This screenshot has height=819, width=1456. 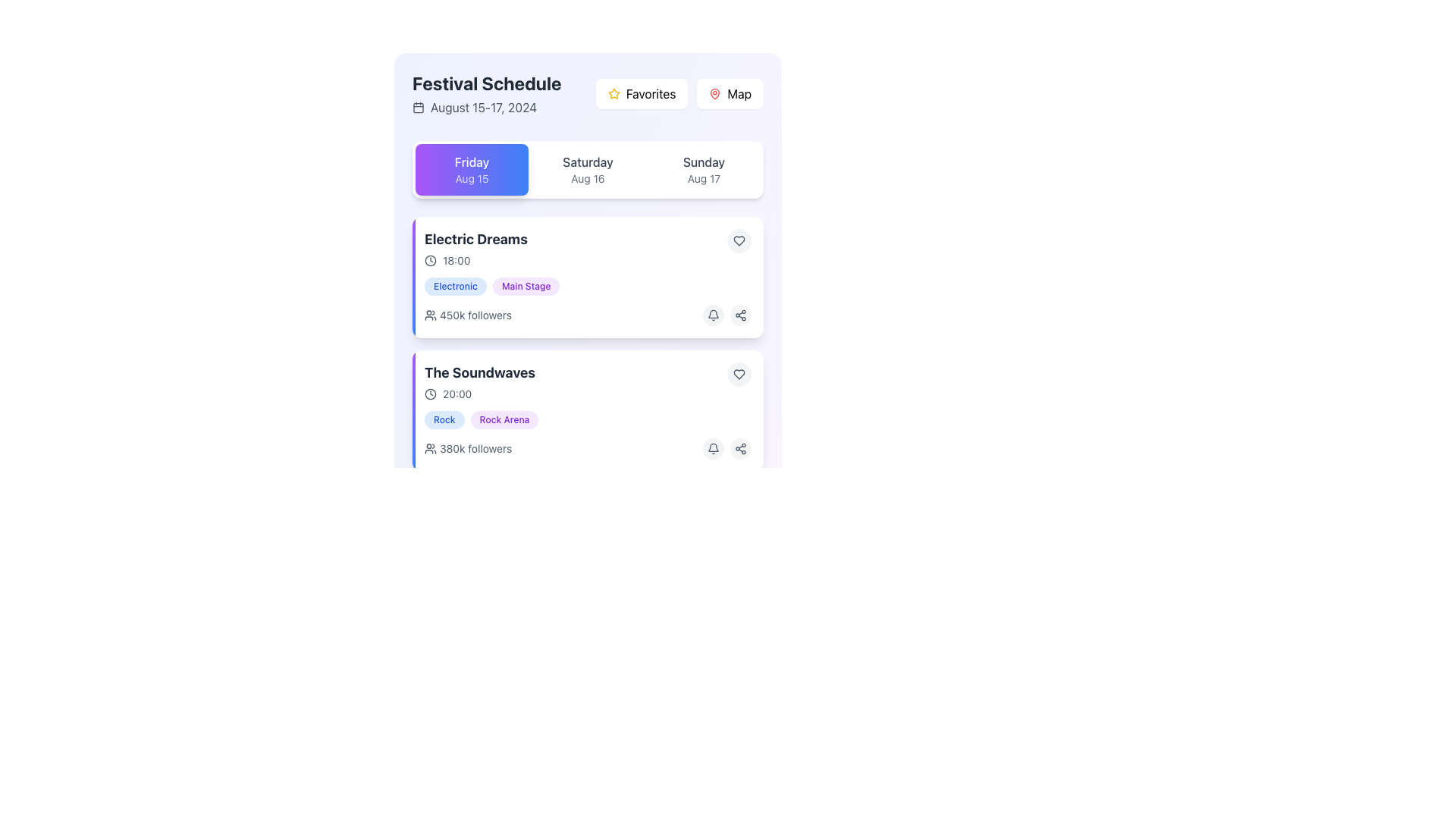 What do you see at coordinates (587, 169) in the screenshot?
I see `the button labeled 'Saturday' with the date 'Aug 16' that is located in the middle of three horizontally aligned day selections above the schedule overview` at bounding box center [587, 169].